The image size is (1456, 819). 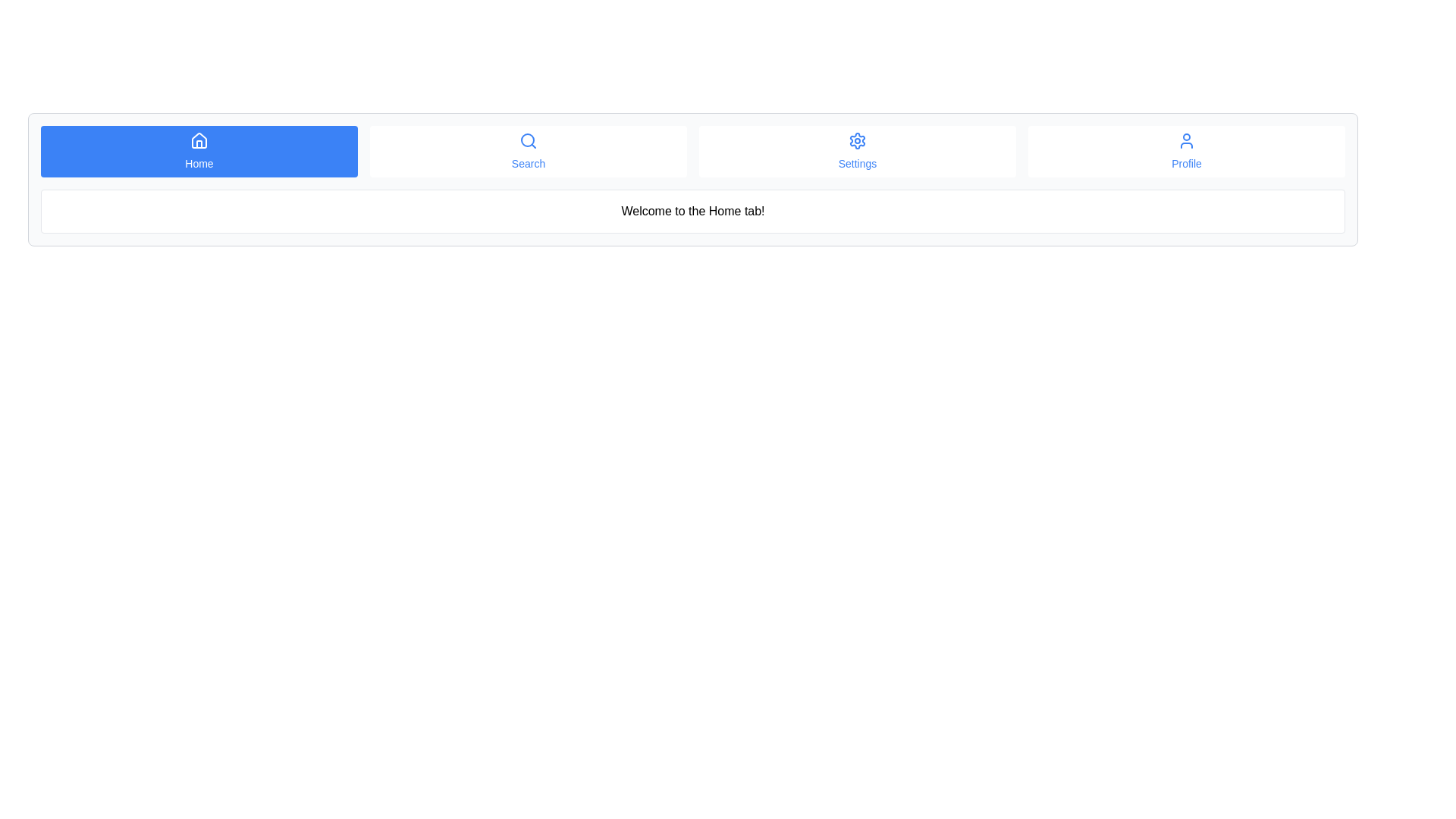 I want to click on informative text label that indicates navigation to the Home section, located inside a blue rectangular button beneath a house icon, so click(x=199, y=164).